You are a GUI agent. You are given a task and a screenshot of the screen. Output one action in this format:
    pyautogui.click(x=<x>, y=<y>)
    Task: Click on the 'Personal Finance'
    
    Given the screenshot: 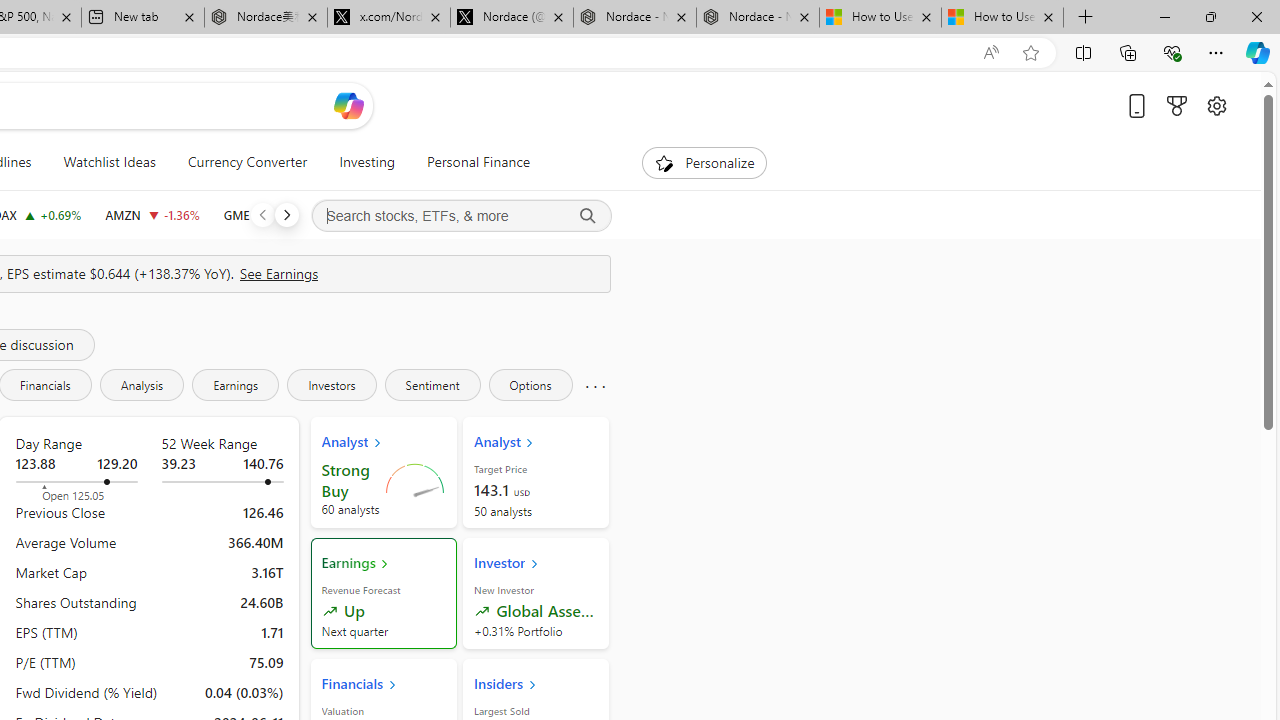 What is the action you would take?
    pyautogui.click(x=469, y=162)
    